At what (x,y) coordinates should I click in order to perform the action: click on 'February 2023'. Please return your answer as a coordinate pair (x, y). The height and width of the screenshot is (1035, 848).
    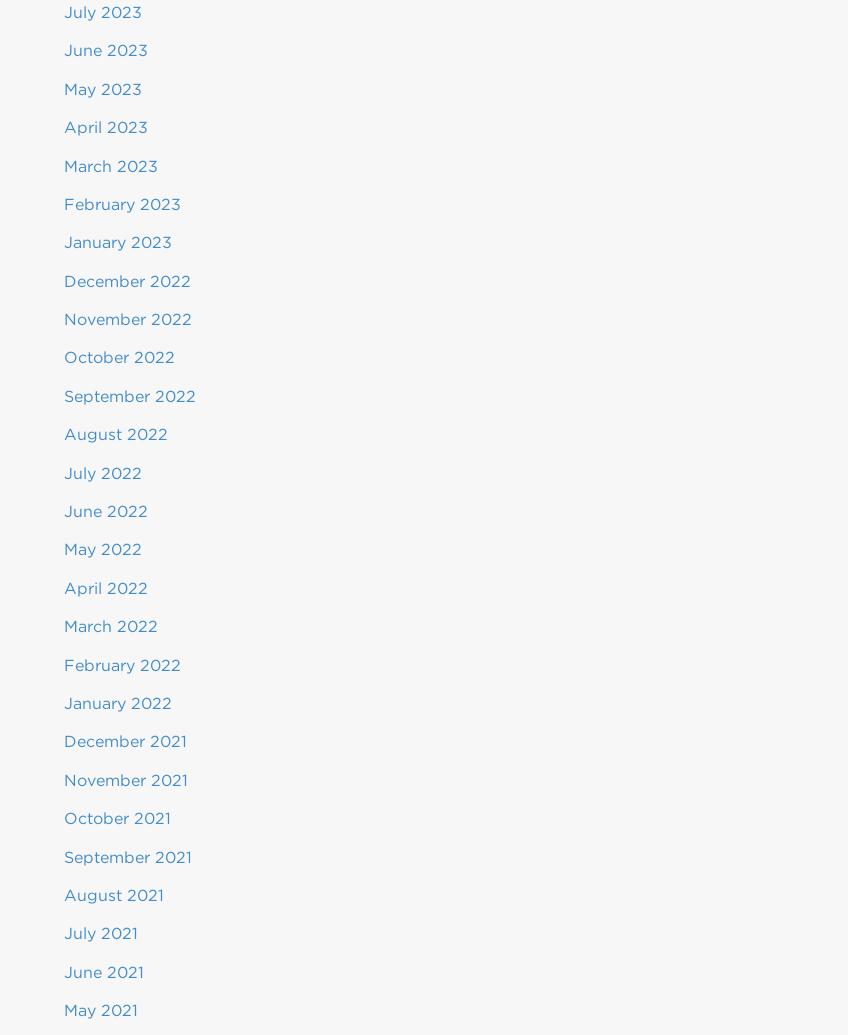
    Looking at the image, I should click on (121, 203).